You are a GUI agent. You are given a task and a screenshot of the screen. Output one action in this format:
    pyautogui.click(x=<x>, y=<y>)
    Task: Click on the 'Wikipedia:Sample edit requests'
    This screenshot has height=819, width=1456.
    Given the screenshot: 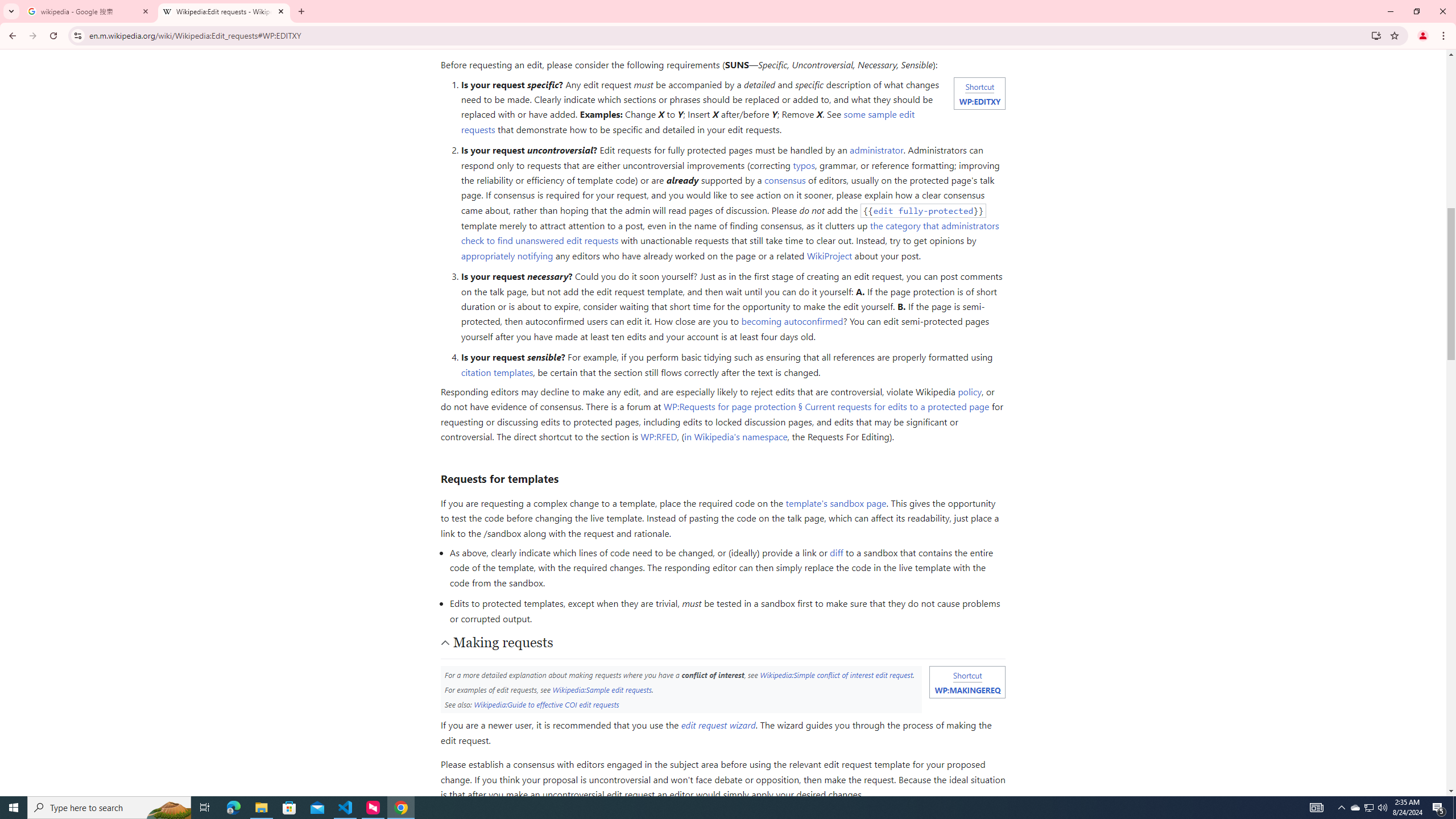 What is the action you would take?
    pyautogui.click(x=601, y=688)
    